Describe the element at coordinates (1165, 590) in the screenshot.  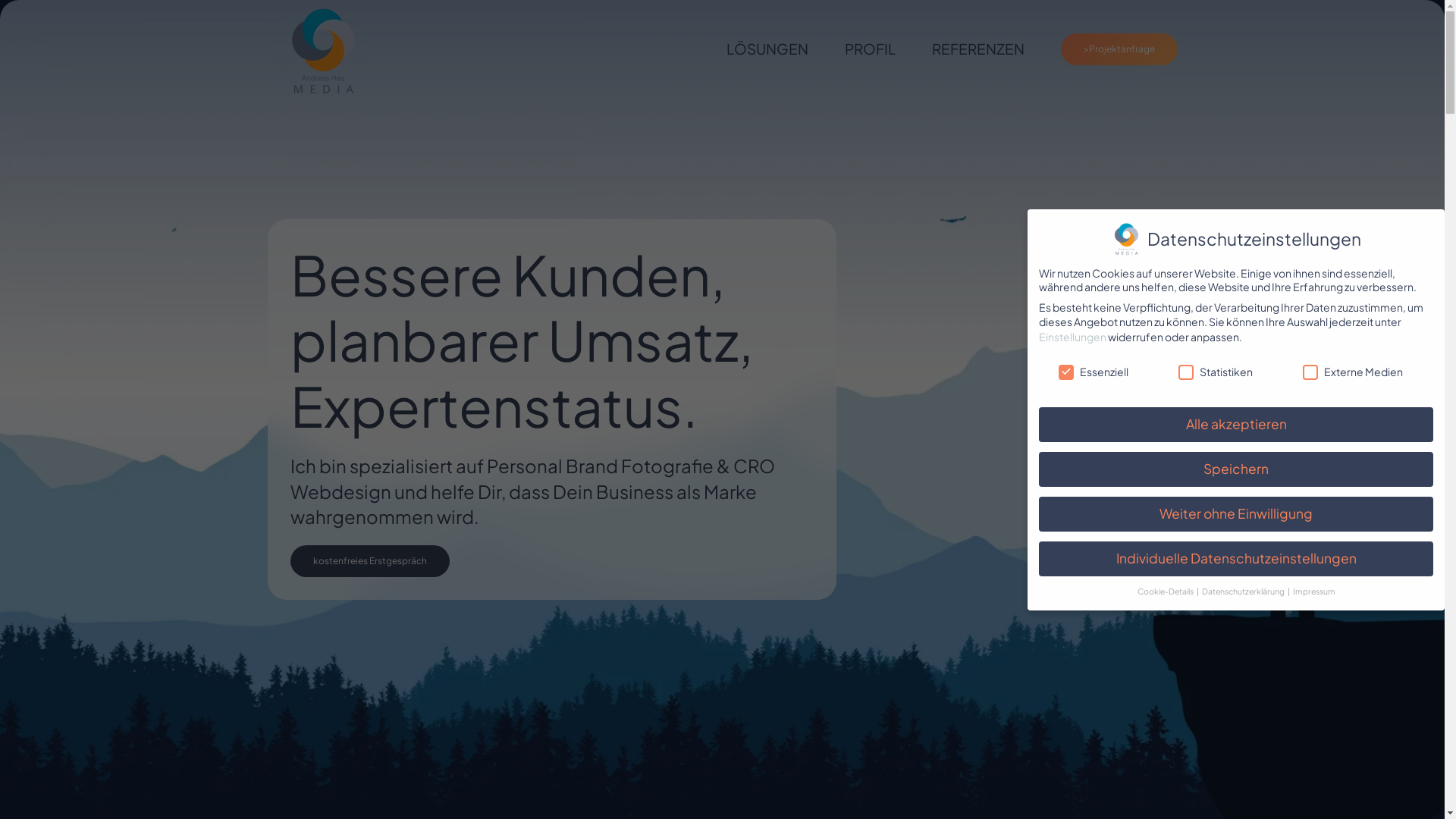
I see `'Cookie-Details'` at that location.